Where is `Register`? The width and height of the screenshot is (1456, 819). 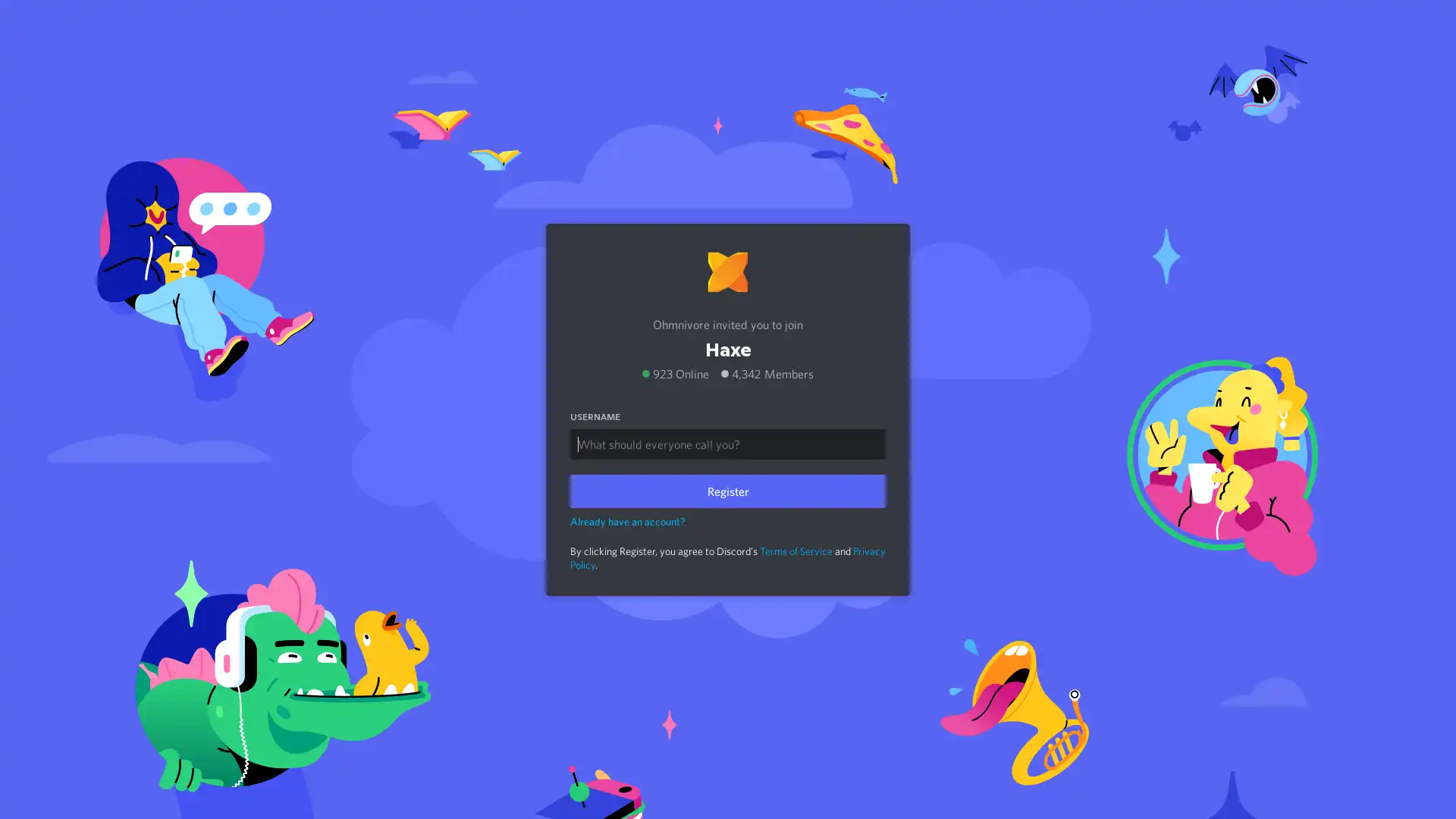 Register is located at coordinates (728, 491).